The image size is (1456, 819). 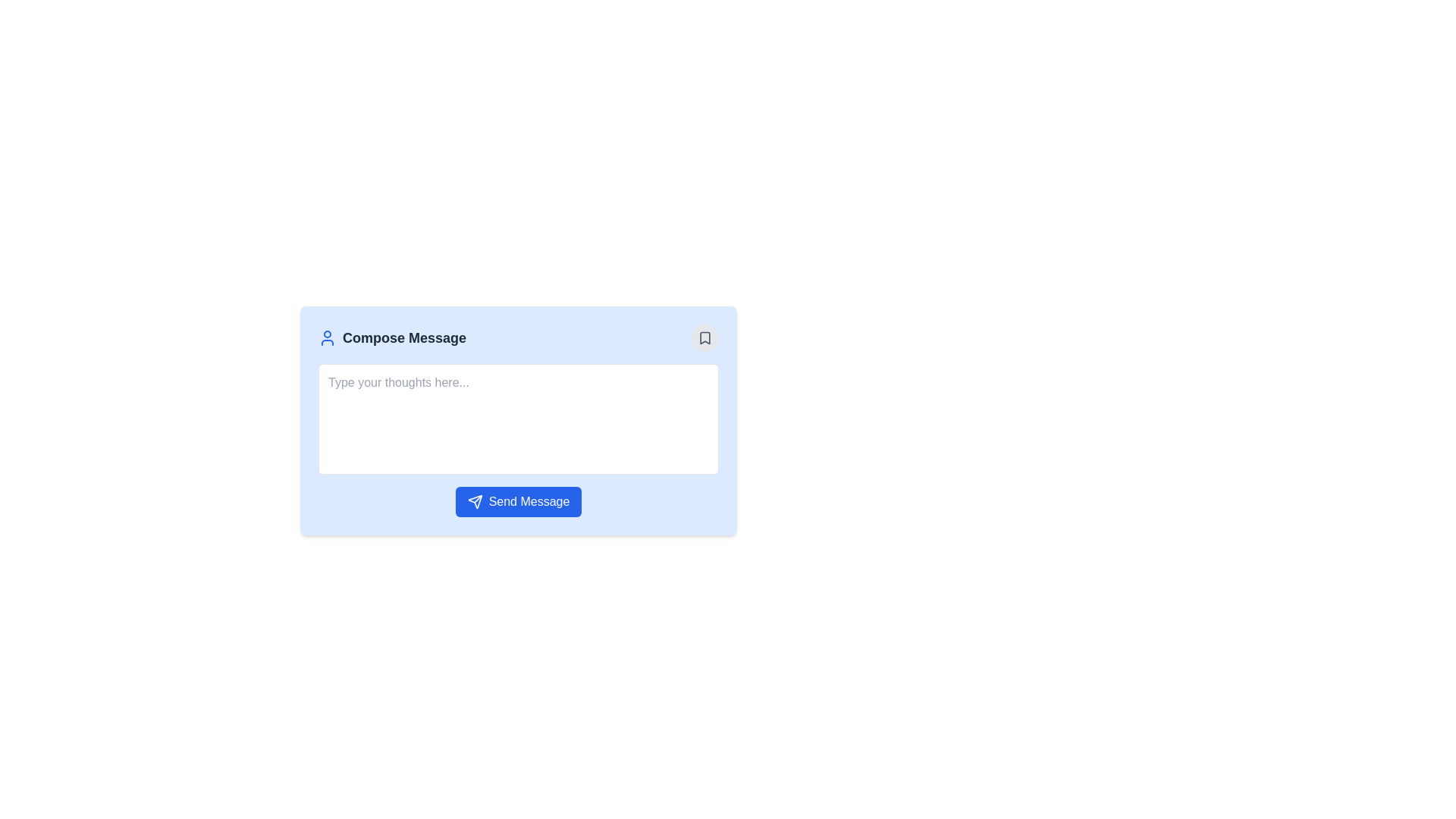 What do you see at coordinates (404, 337) in the screenshot?
I see `the 'Compose Message' text label, which is styled in bold and large dark gray font and positioned above the text input area` at bounding box center [404, 337].